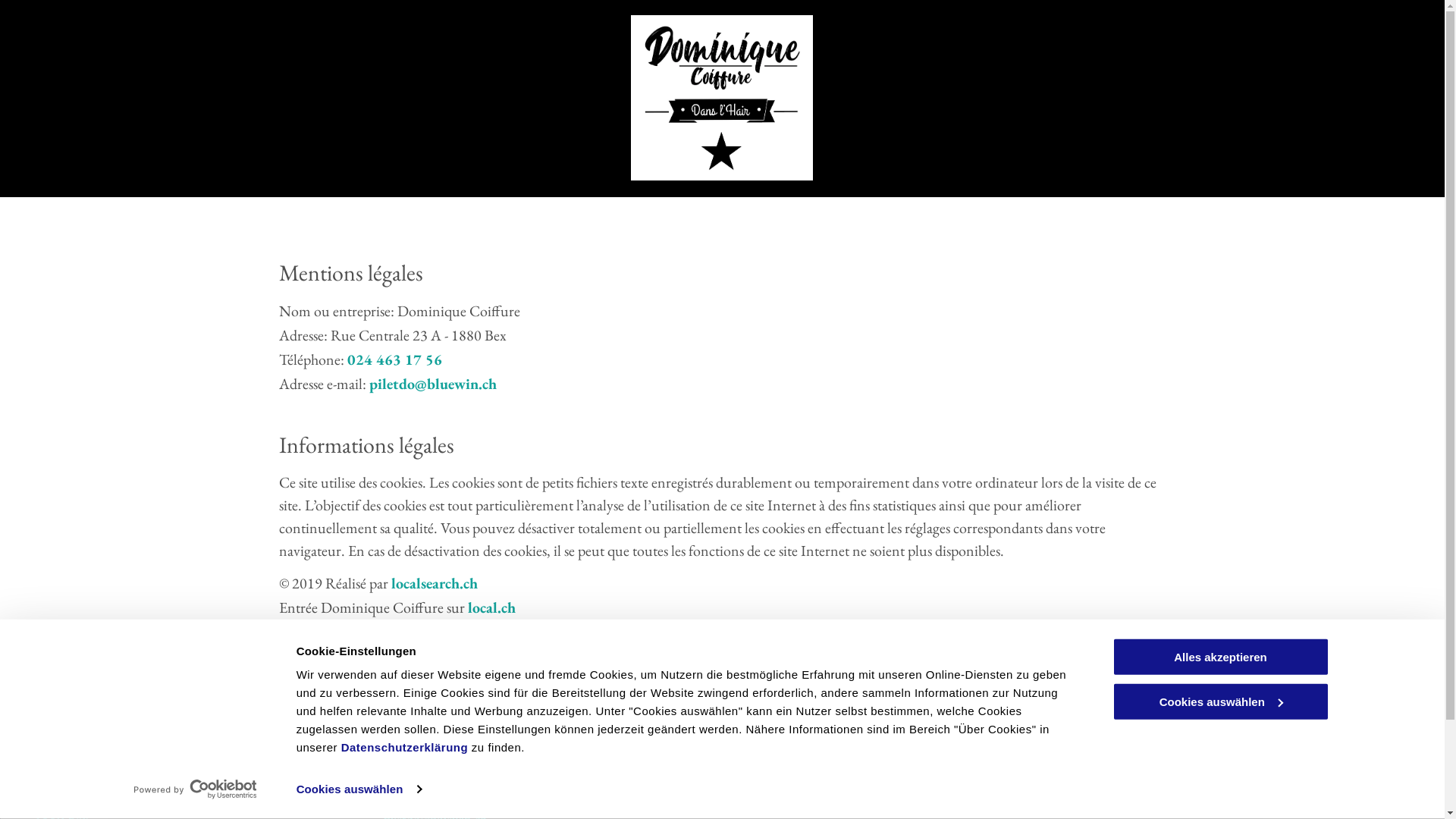 The width and height of the screenshot is (1456, 819). I want to click on 'local.ch', so click(491, 607).